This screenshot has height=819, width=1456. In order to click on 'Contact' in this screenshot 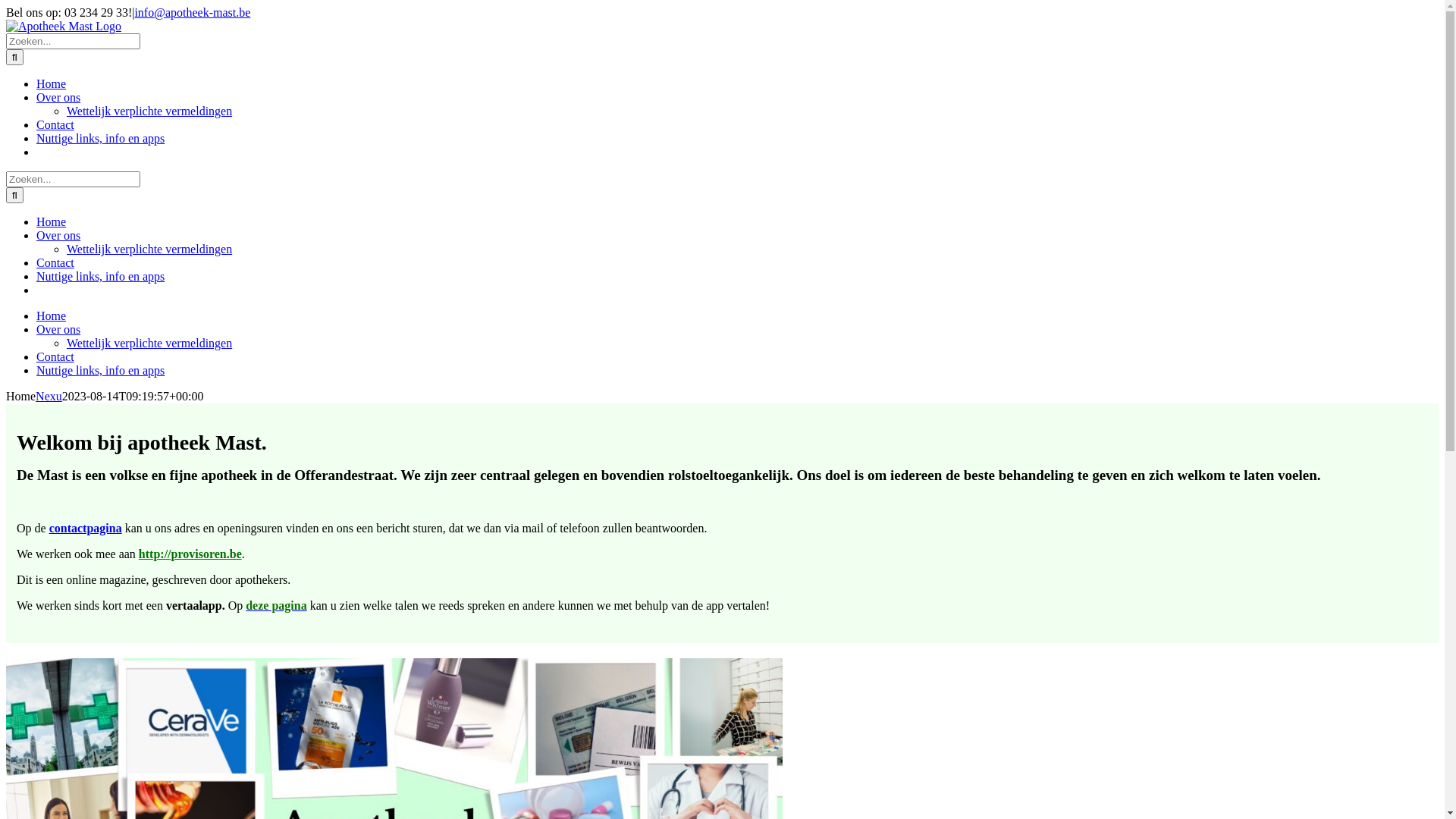, I will do `click(55, 124)`.